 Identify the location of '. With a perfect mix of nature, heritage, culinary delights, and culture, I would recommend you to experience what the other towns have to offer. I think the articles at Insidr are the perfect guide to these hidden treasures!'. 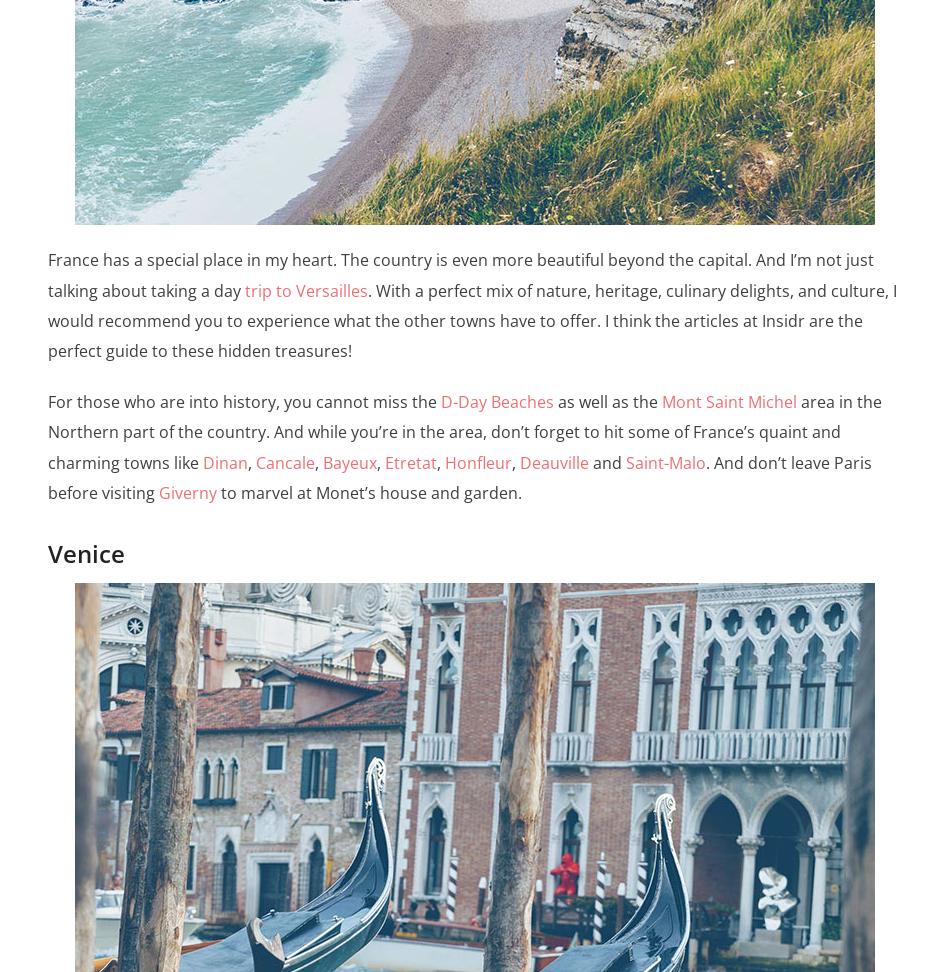
(47, 319).